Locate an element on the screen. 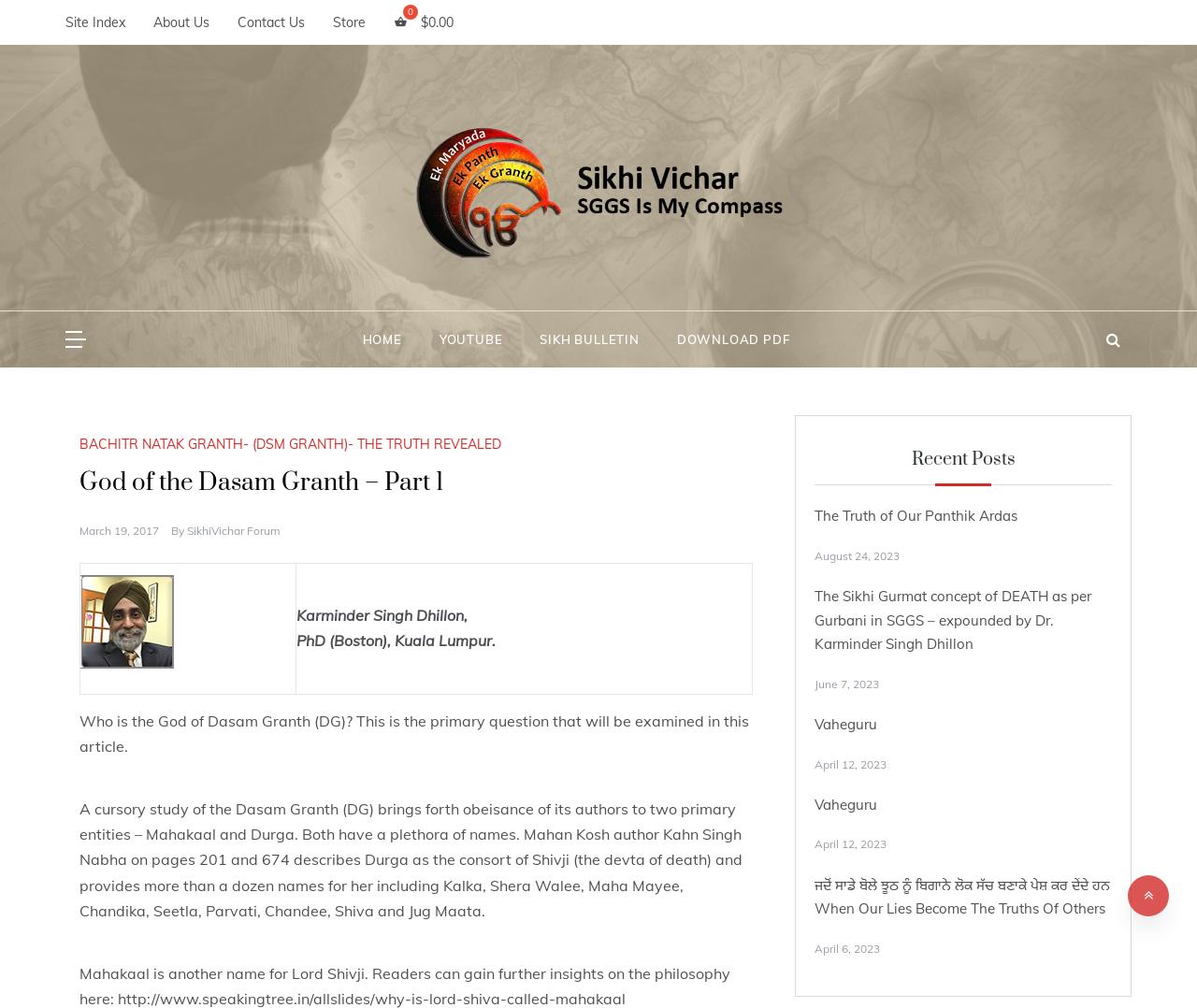 This screenshot has width=1197, height=1008. 'Site Index' is located at coordinates (94, 22).